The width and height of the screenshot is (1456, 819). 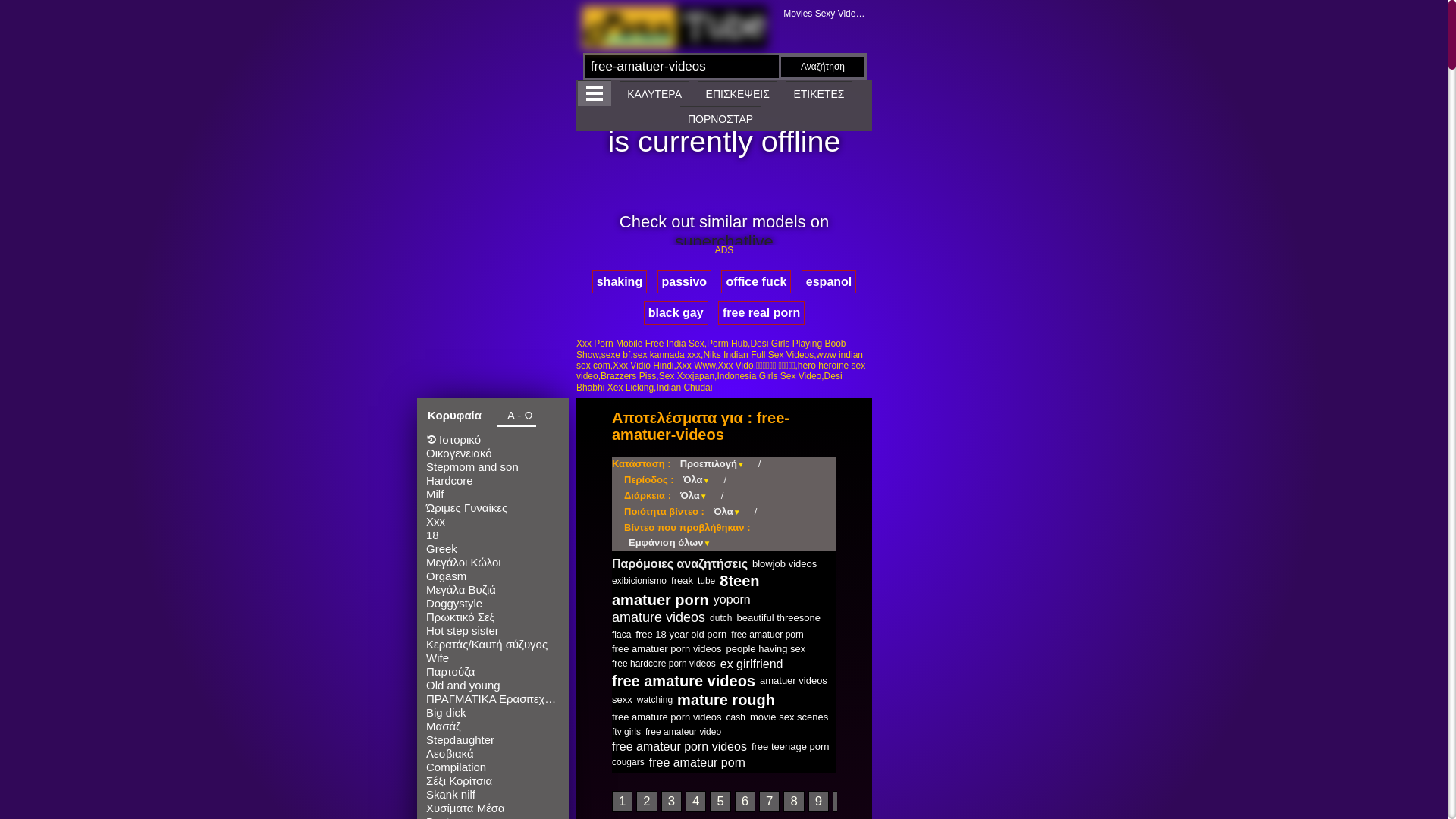 What do you see at coordinates (749, 717) in the screenshot?
I see `'movie sex scenes'` at bounding box center [749, 717].